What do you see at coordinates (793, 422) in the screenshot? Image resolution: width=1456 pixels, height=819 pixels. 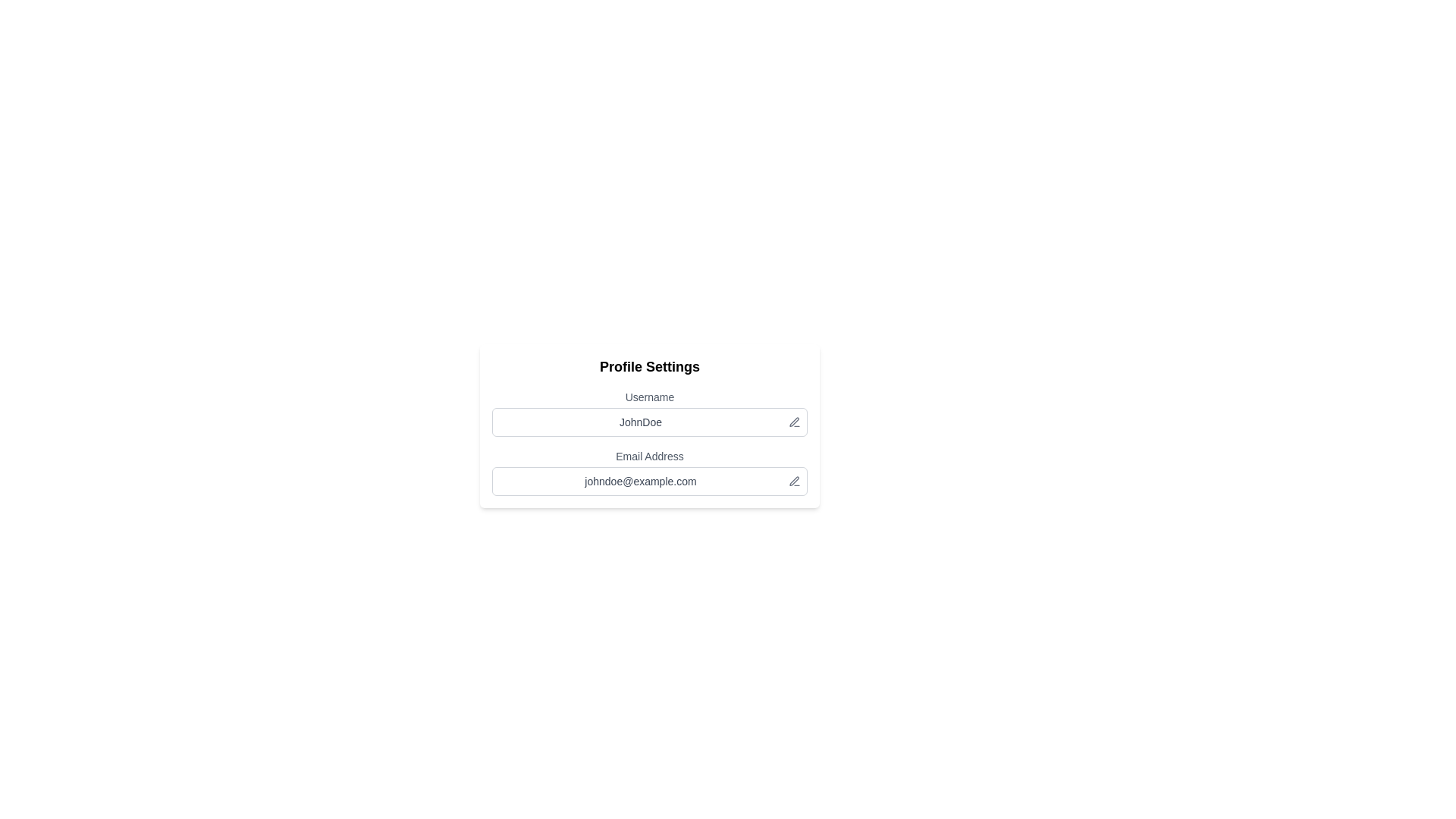 I see `the pen icon located to the right of the 'JohnDoe' text in the 'Username' row under the 'Profile Settings' header` at bounding box center [793, 422].